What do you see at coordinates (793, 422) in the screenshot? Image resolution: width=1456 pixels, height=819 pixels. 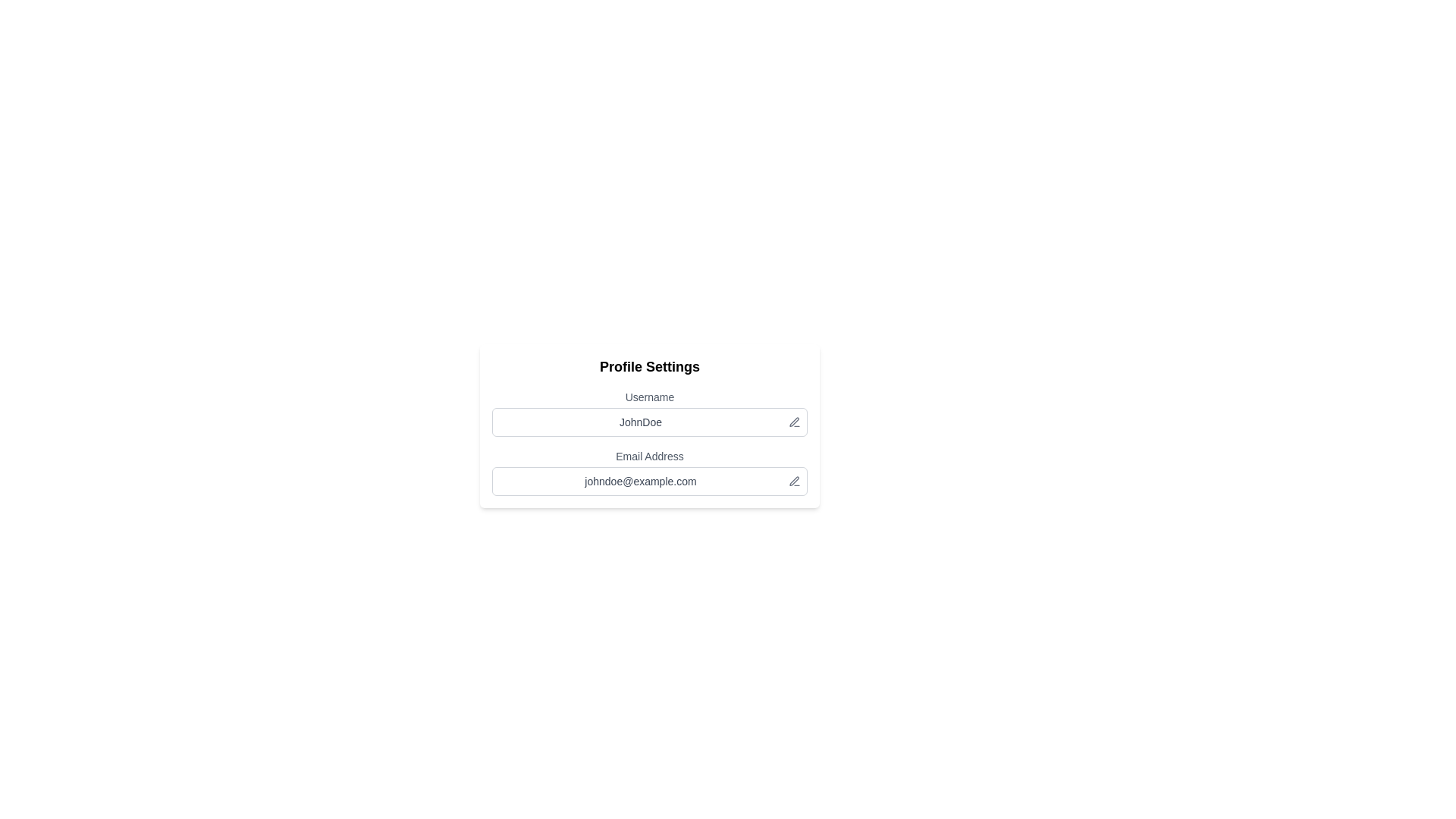 I see `the pen icon located to the right of the 'JohnDoe' text in the 'Username' row under the 'Profile Settings' header` at bounding box center [793, 422].